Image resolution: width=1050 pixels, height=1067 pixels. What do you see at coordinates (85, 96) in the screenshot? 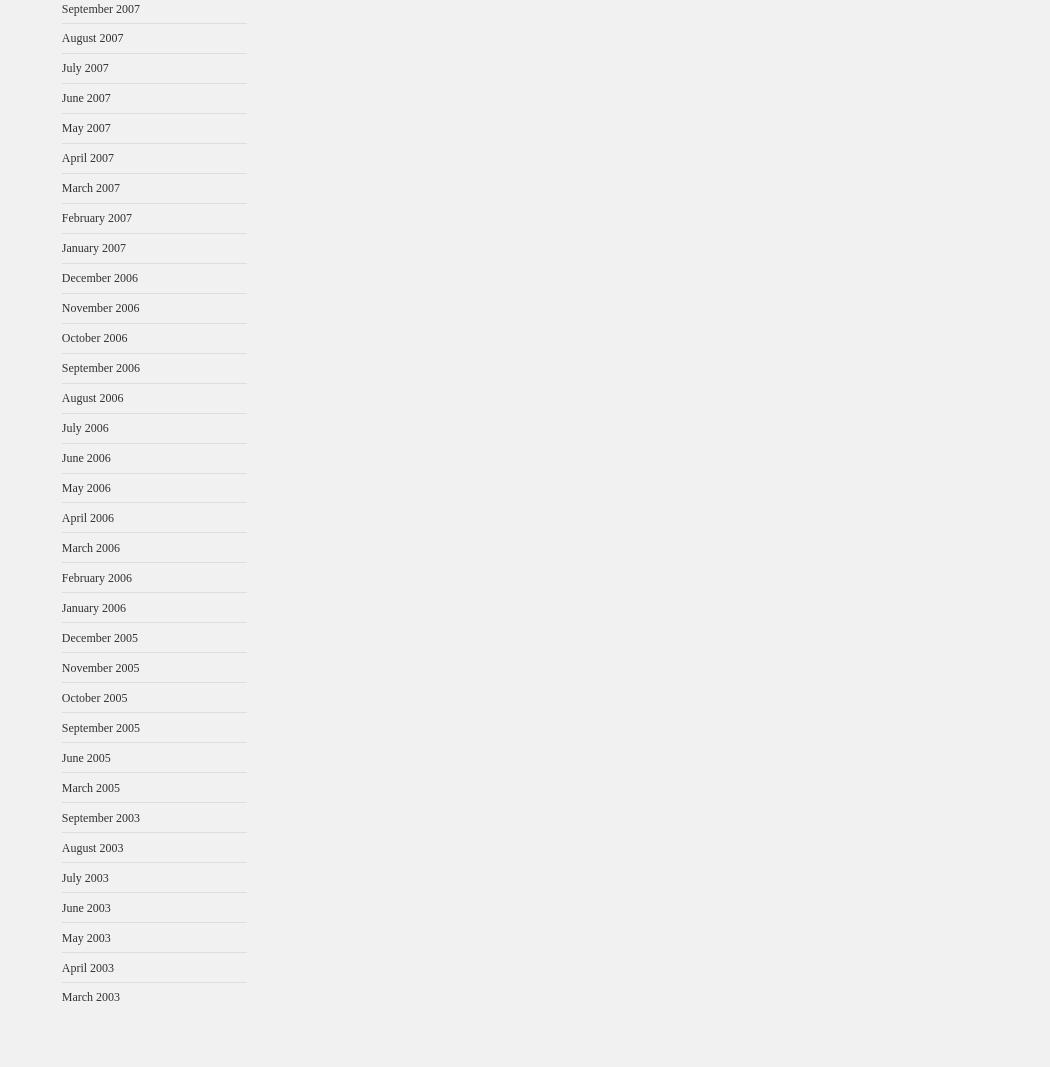
I see `'June 2007'` at bounding box center [85, 96].